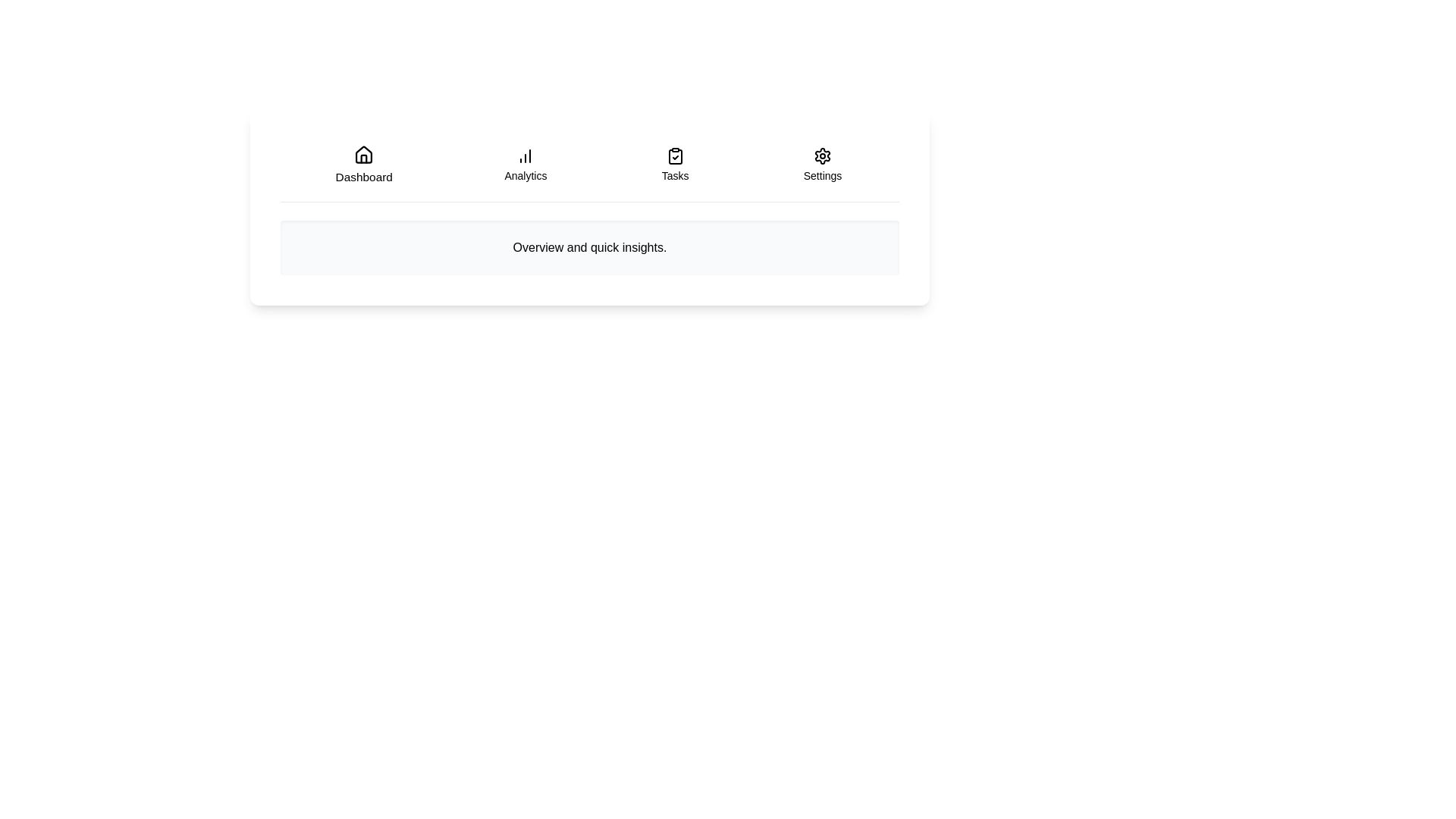 This screenshot has height=819, width=1456. Describe the element at coordinates (362, 176) in the screenshot. I see `the 'Dashboard' text label located beneath the house-shaped icon in the top menu section` at that location.